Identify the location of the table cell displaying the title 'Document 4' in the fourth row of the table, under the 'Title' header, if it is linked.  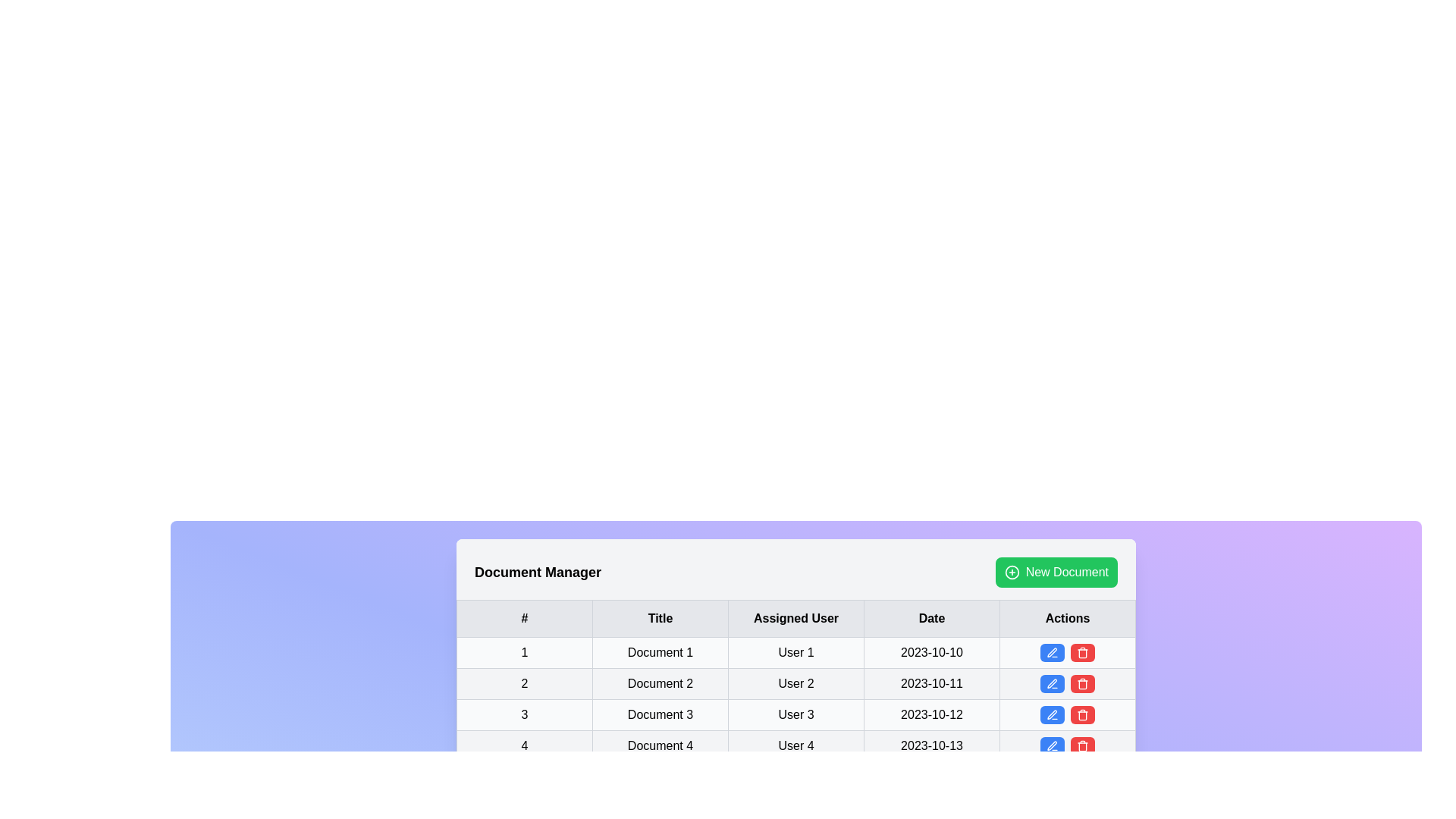
(660, 745).